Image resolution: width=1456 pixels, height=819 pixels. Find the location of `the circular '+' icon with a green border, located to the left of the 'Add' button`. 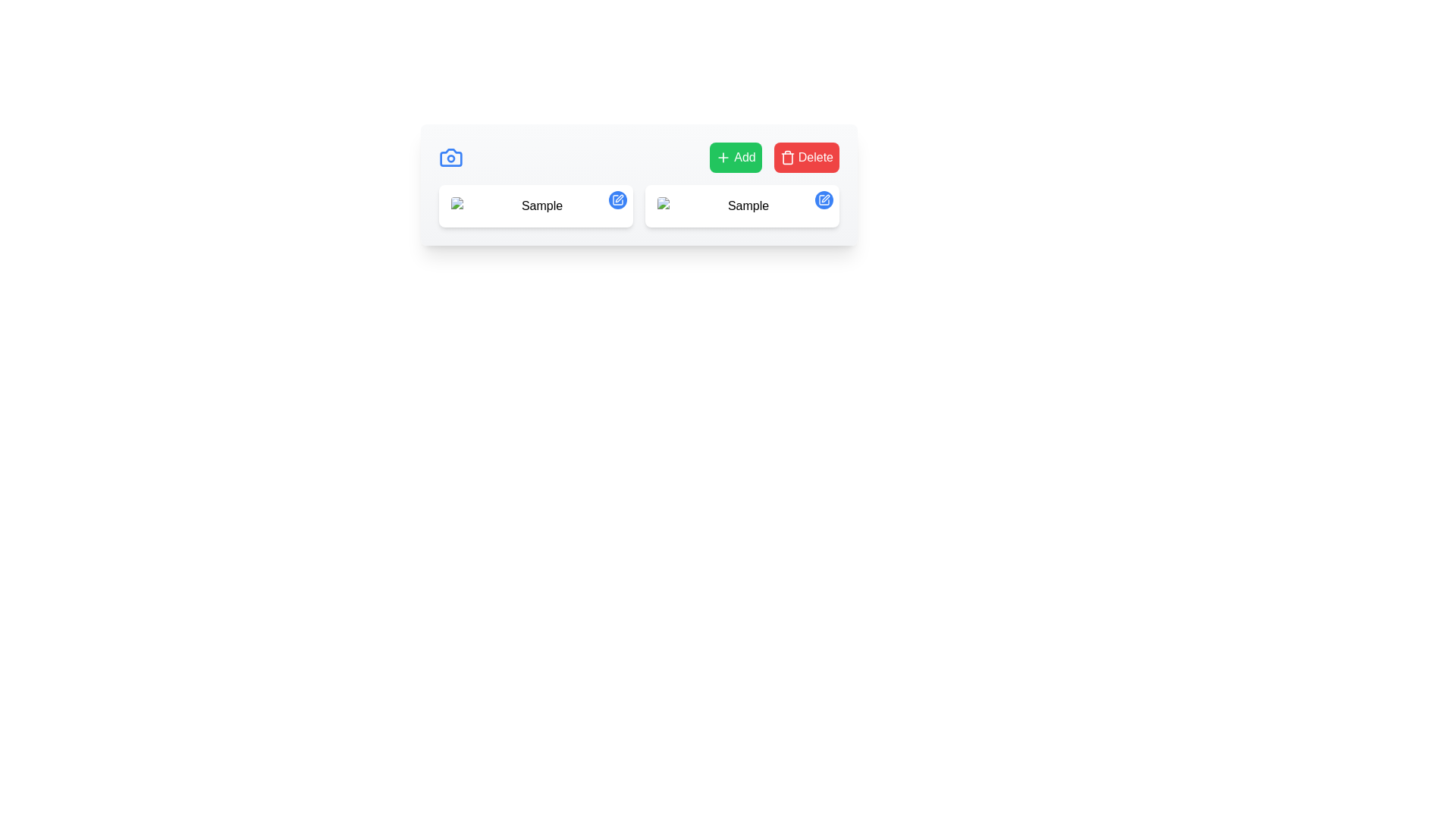

the circular '+' icon with a green border, located to the left of the 'Add' button is located at coordinates (723, 158).